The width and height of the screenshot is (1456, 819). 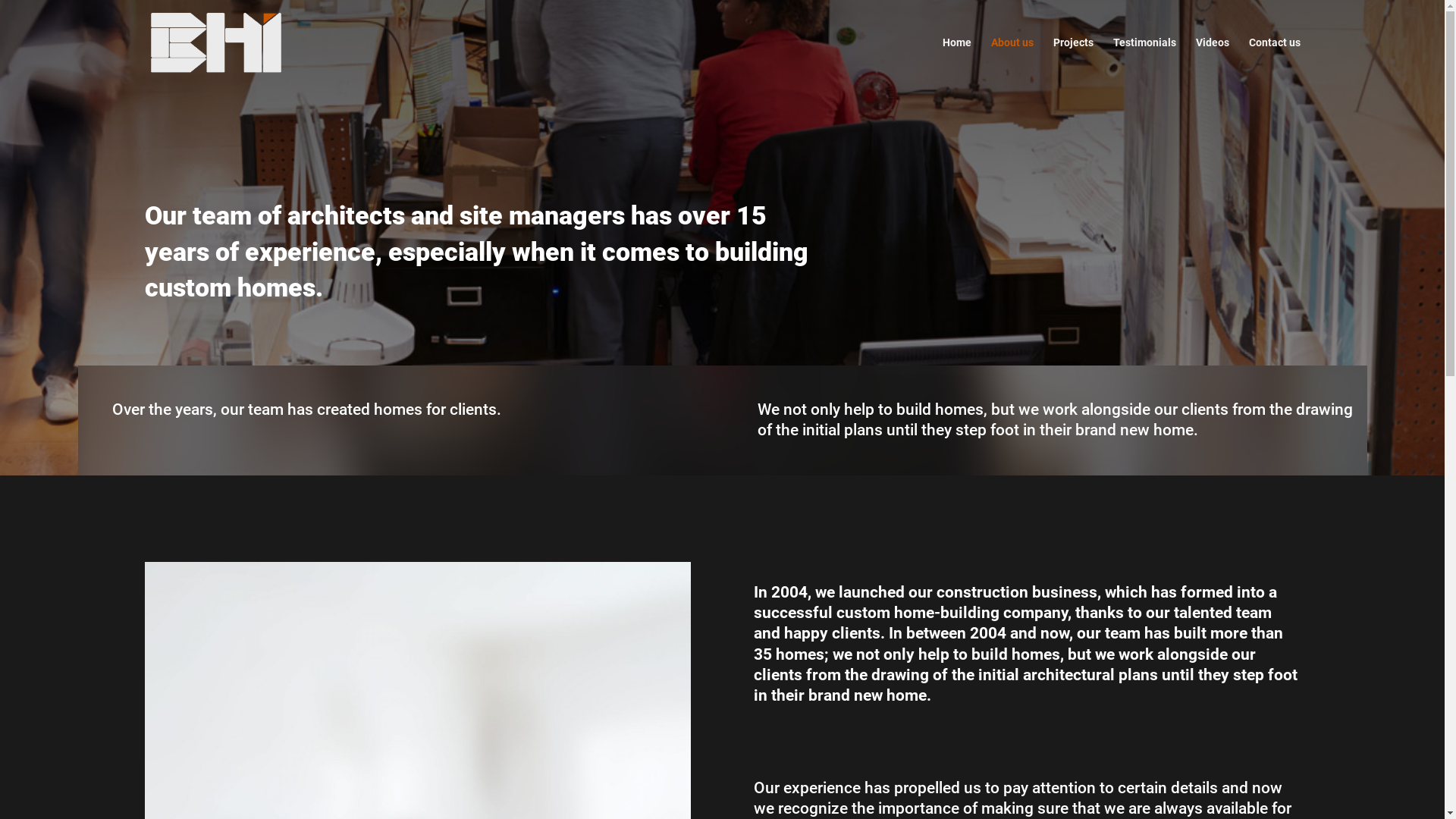 I want to click on 'Testimonials', so click(x=1144, y=60).